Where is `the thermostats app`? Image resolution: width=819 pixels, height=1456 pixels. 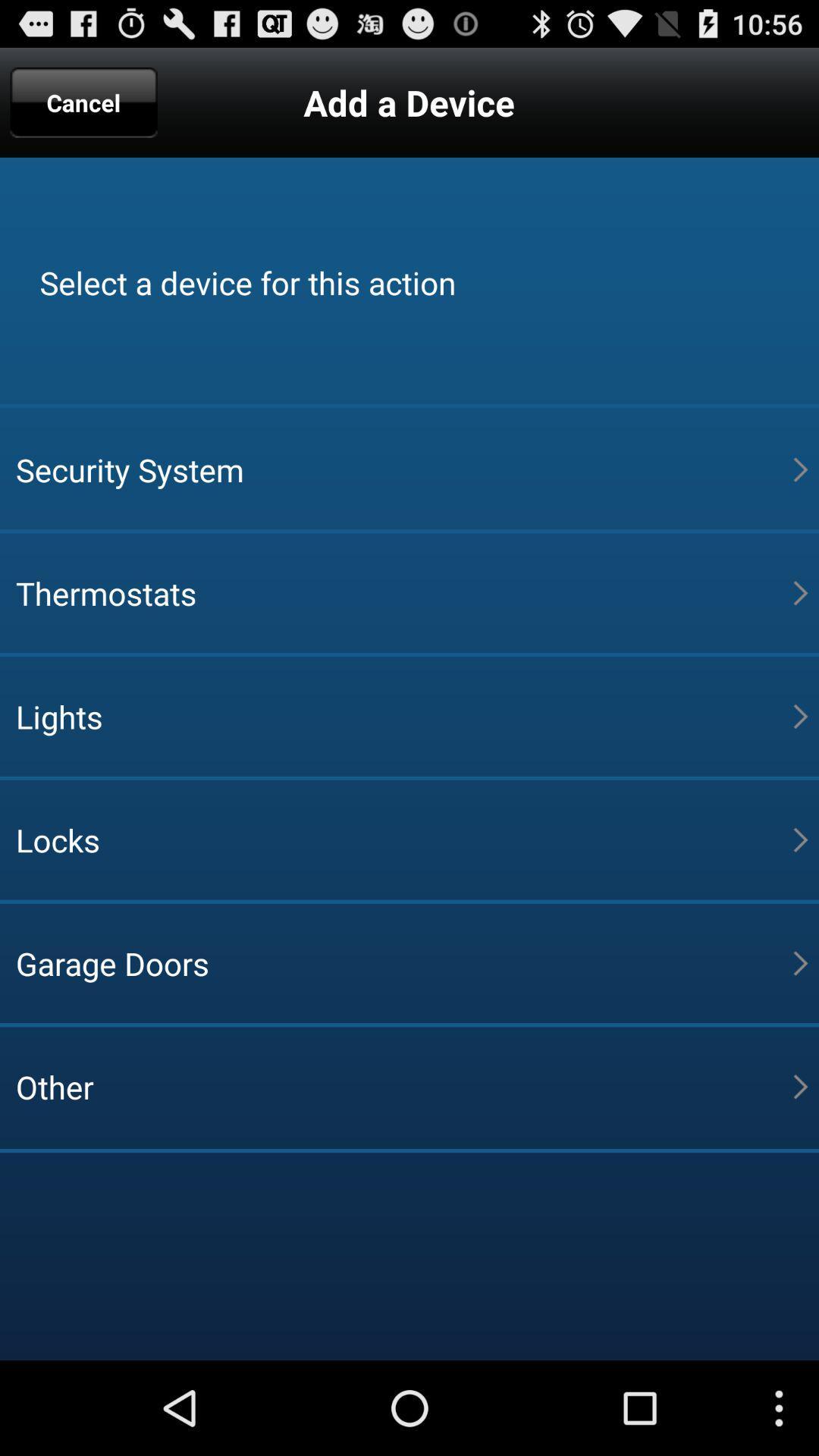
the thermostats app is located at coordinates (403, 592).